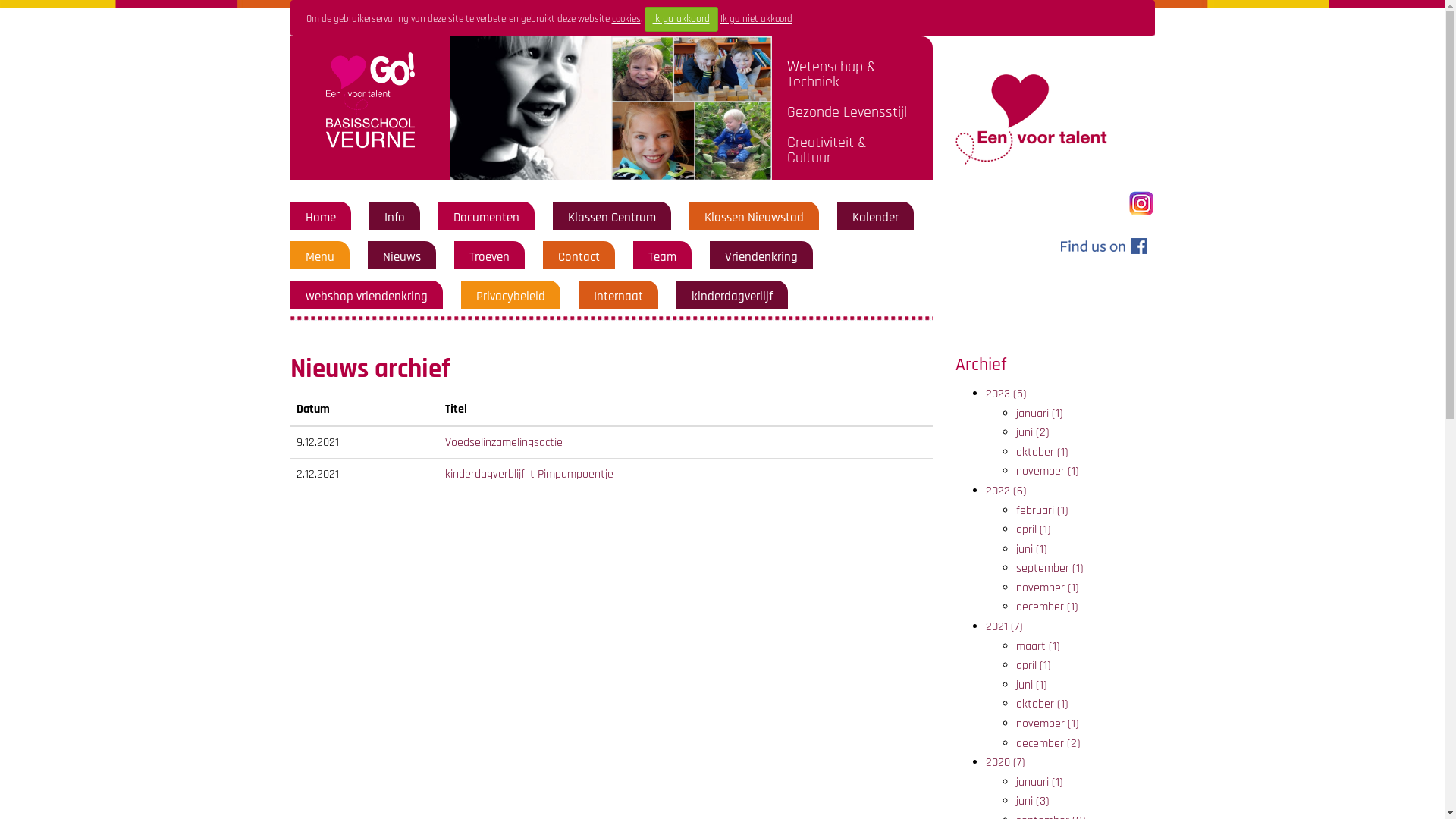  I want to click on 'Team', so click(661, 256).